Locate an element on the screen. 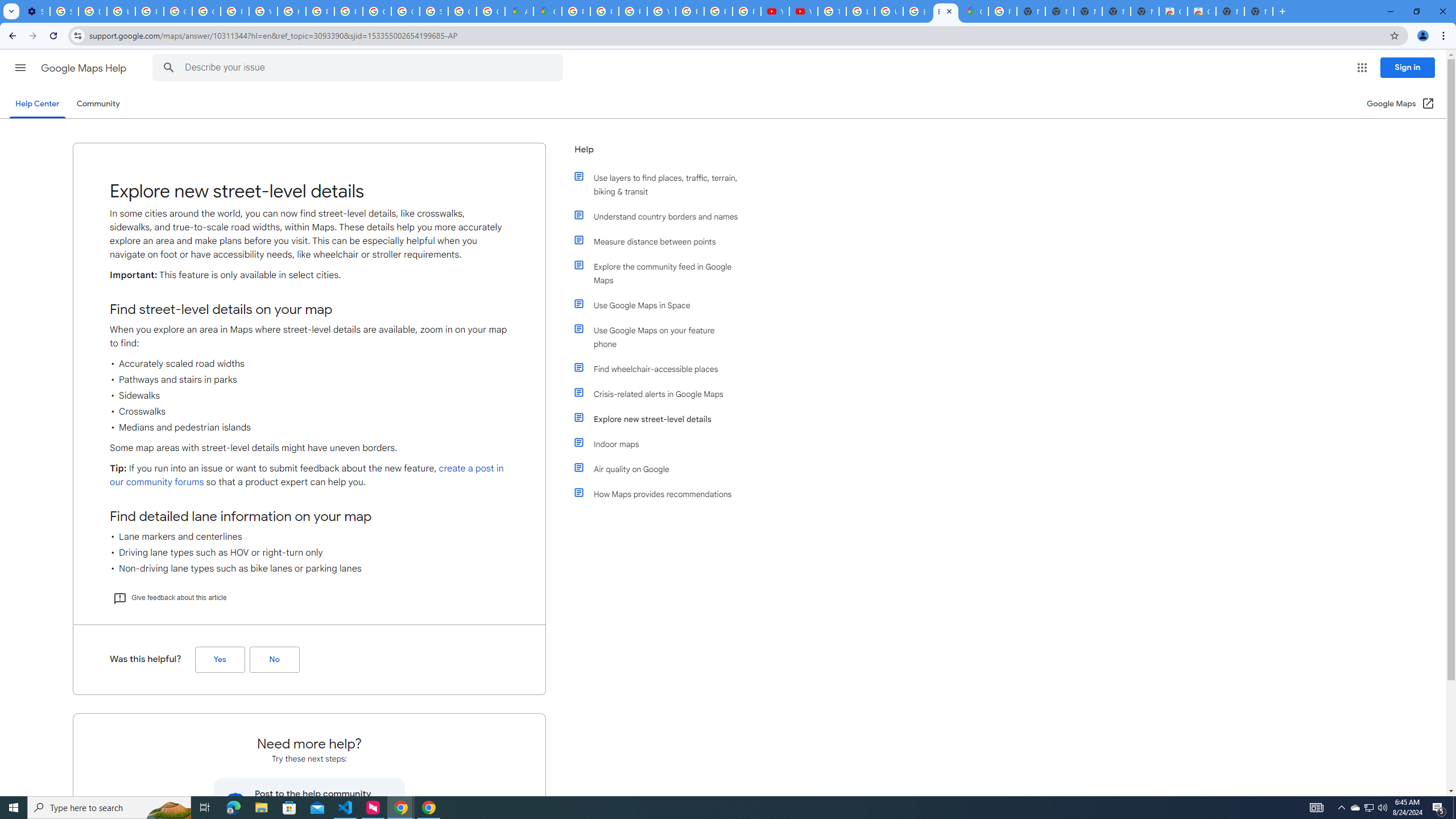 This screenshot has width=1456, height=819. 'Use Google Maps on your feature phone' is located at coordinates (661, 336).